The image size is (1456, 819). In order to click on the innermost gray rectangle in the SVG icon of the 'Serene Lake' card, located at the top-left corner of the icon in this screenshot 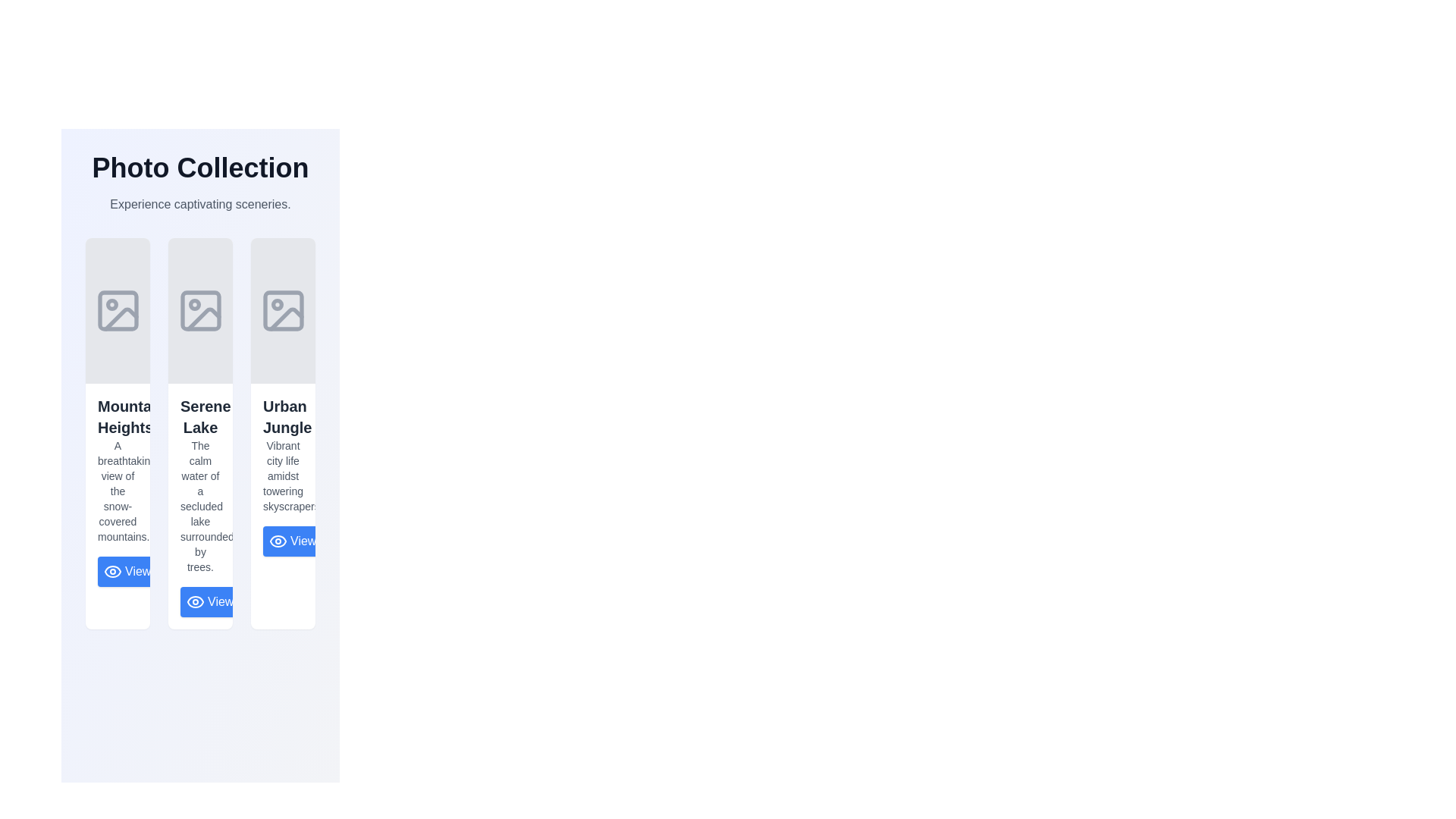, I will do `click(199, 309)`.